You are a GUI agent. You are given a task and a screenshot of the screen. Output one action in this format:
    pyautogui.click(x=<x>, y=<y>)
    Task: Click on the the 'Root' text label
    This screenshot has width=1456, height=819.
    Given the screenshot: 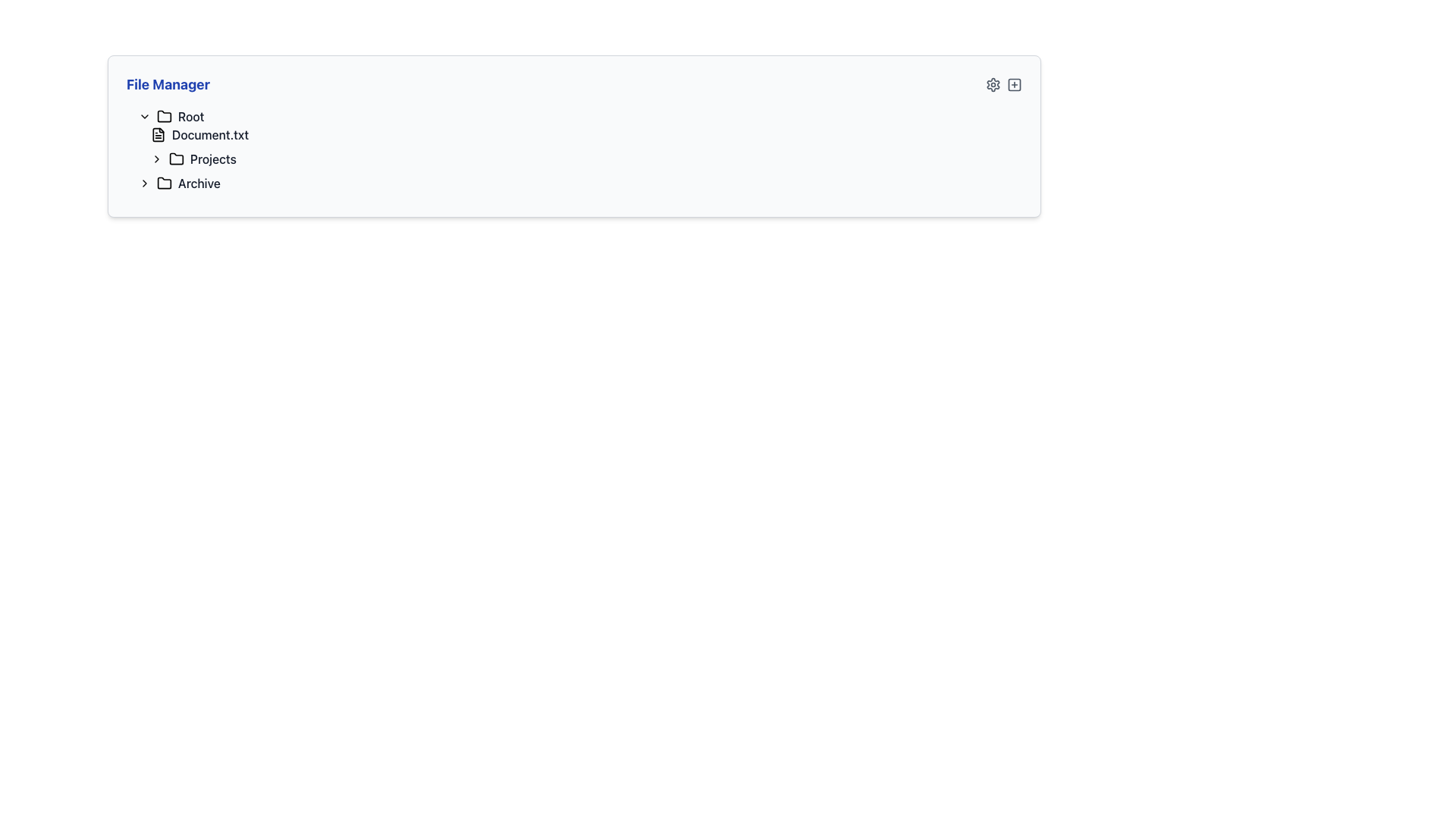 What is the action you would take?
    pyautogui.click(x=190, y=116)
    